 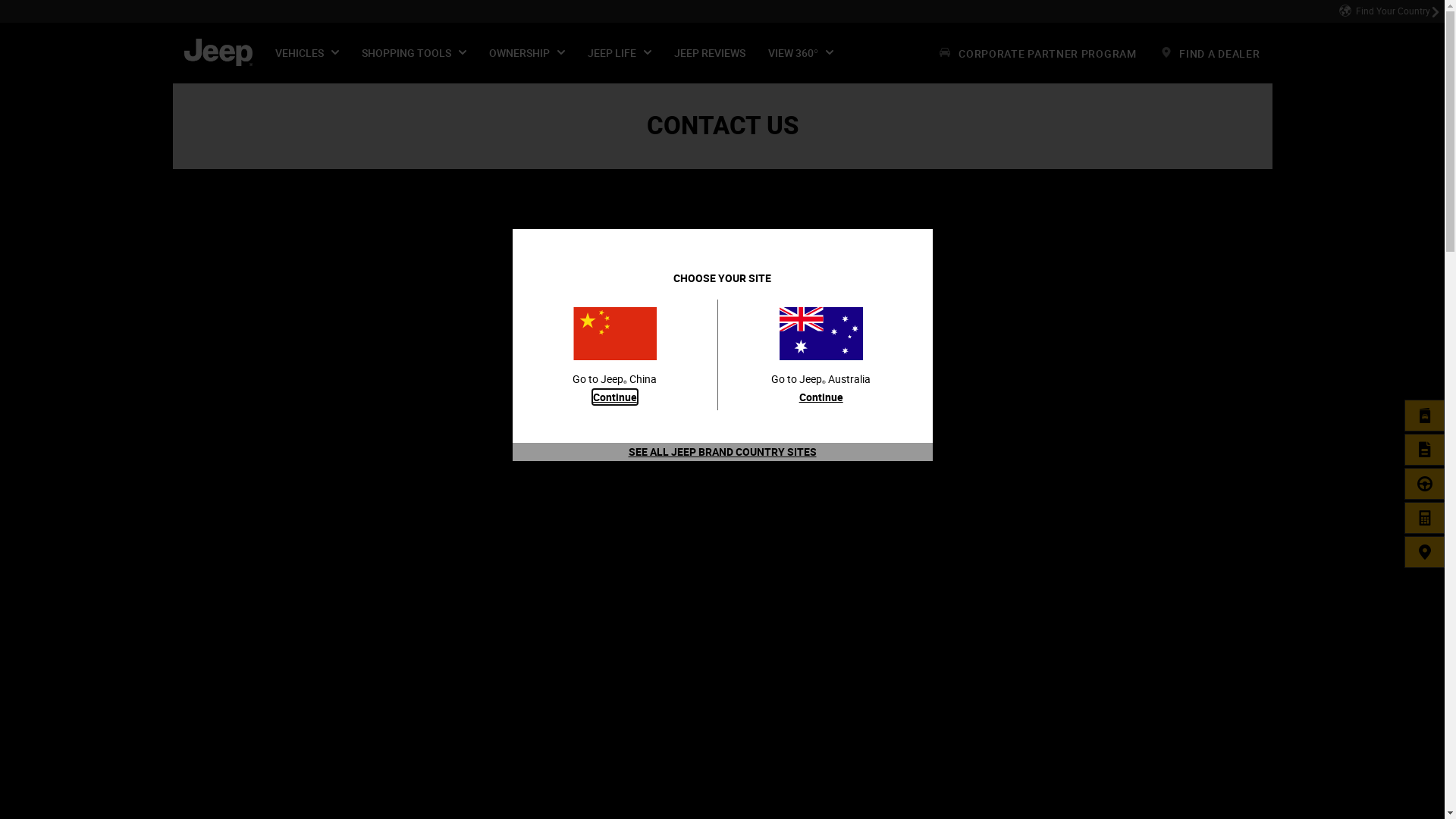 I want to click on 'SEE ALL JEEP BRAND COUNTRY SITES', so click(x=720, y=450).